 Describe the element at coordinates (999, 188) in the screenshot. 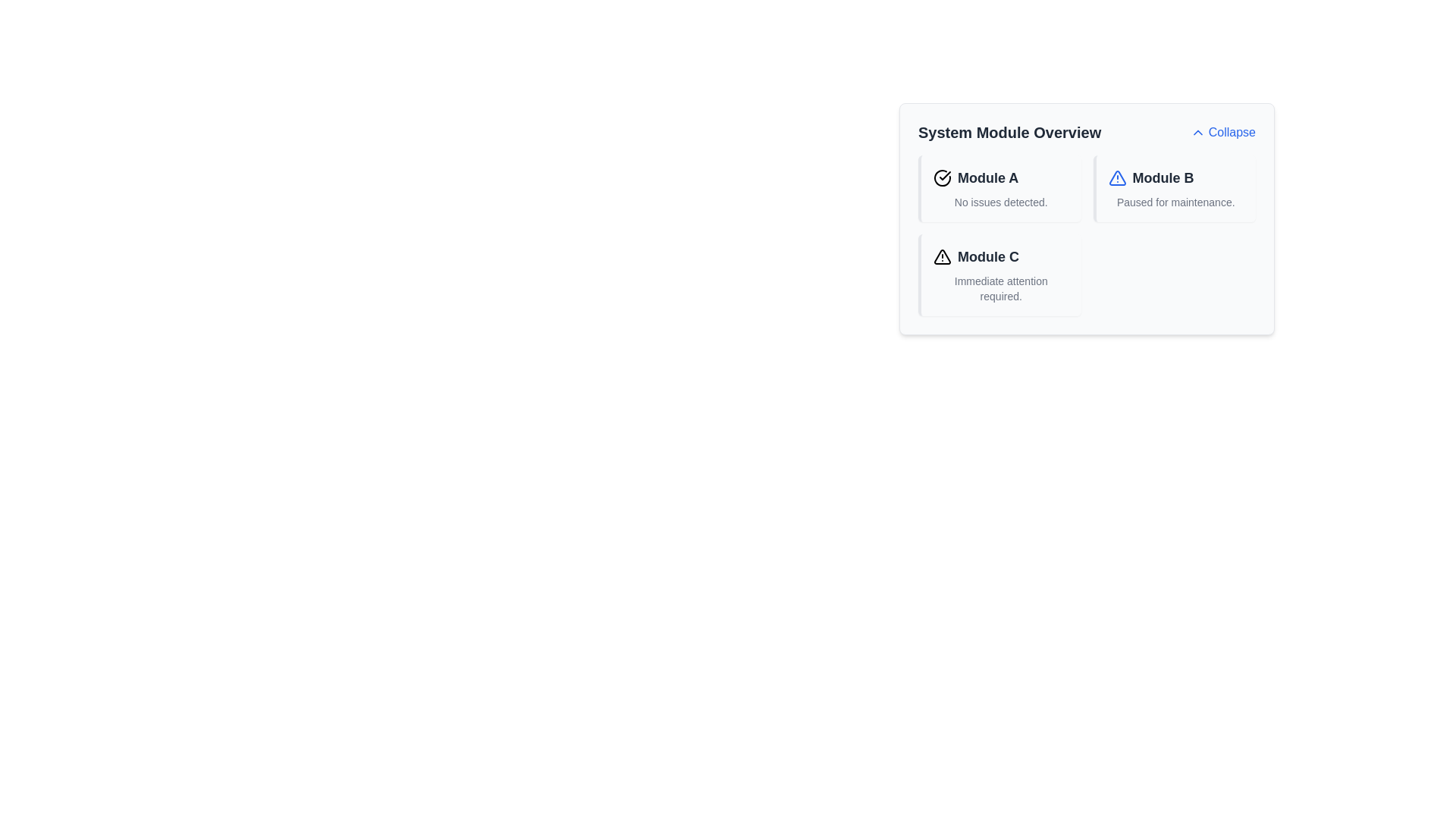

I see `the Notification card for 'Module A' that indicates no issues detected, positioned at the top-left of the grid layout` at that location.